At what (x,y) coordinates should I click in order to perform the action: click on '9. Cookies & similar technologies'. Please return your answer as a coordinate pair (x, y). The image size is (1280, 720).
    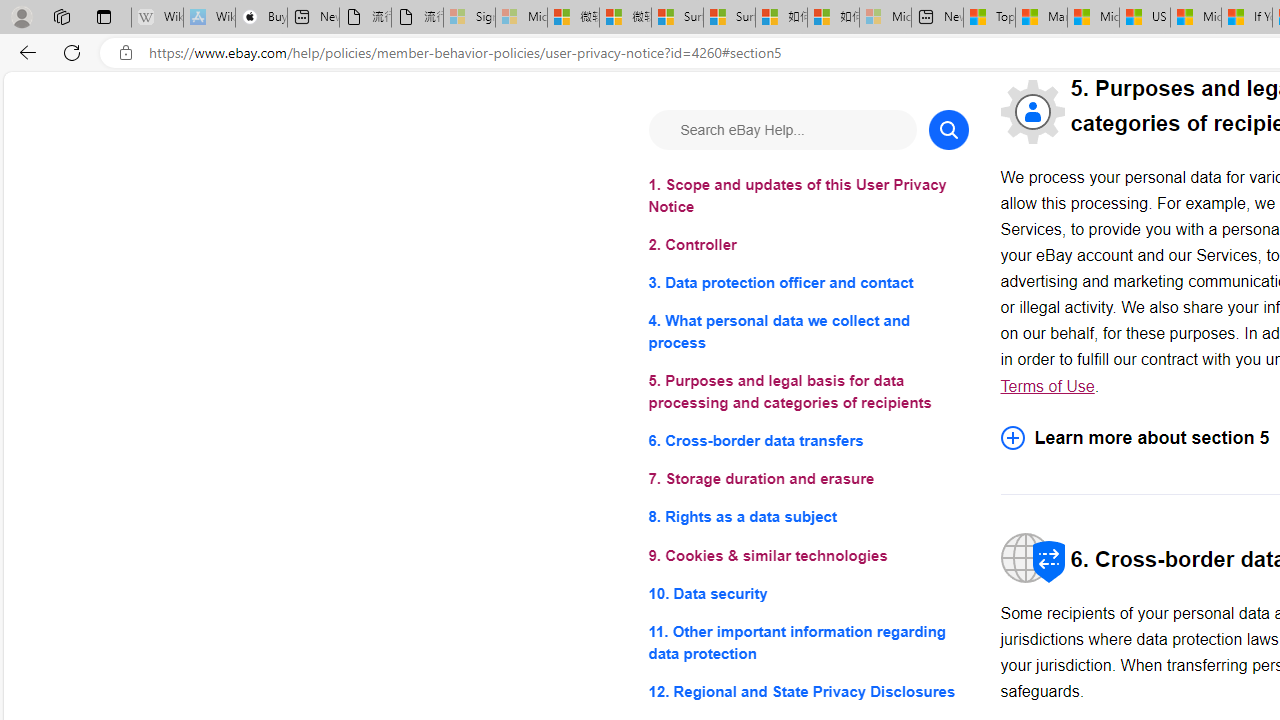
    Looking at the image, I should click on (808, 555).